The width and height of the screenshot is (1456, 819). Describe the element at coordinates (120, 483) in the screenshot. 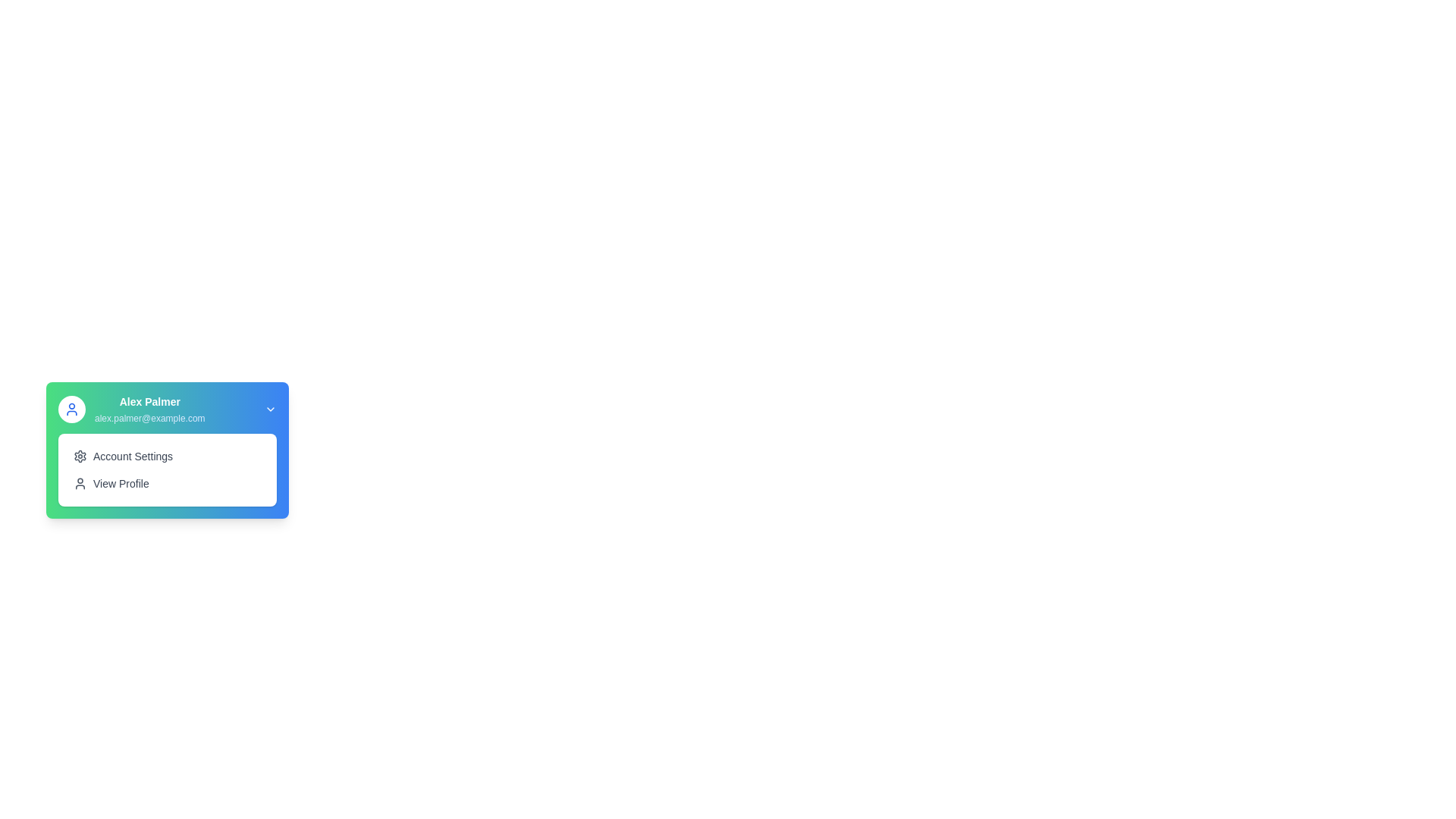

I see `the text label that serves as a navigation link` at that location.